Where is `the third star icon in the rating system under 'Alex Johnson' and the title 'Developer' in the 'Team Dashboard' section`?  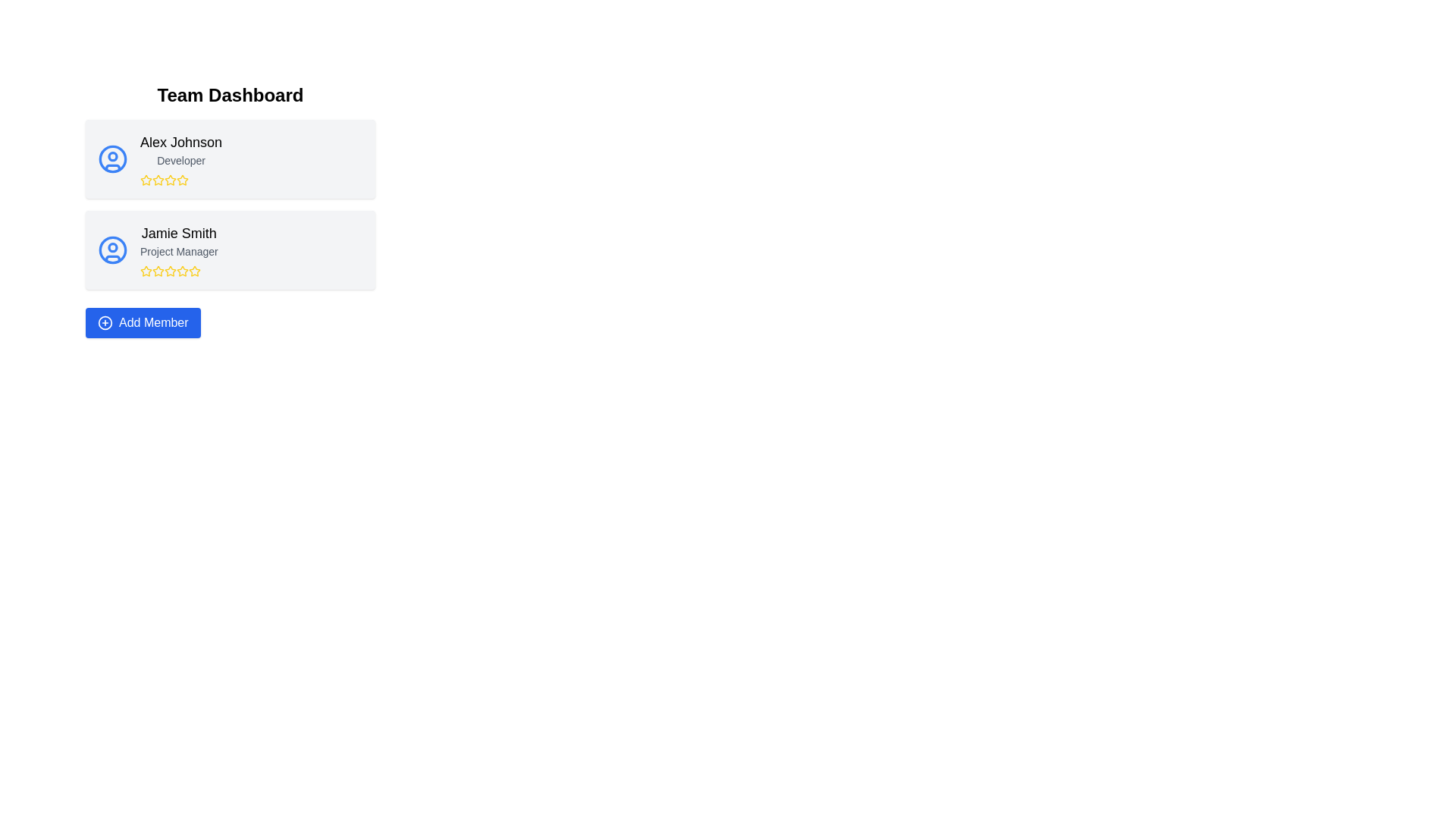 the third star icon in the rating system under 'Alex Johnson' and the title 'Developer' in the 'Team Dashboard' section is located at coordinates (158, 180).